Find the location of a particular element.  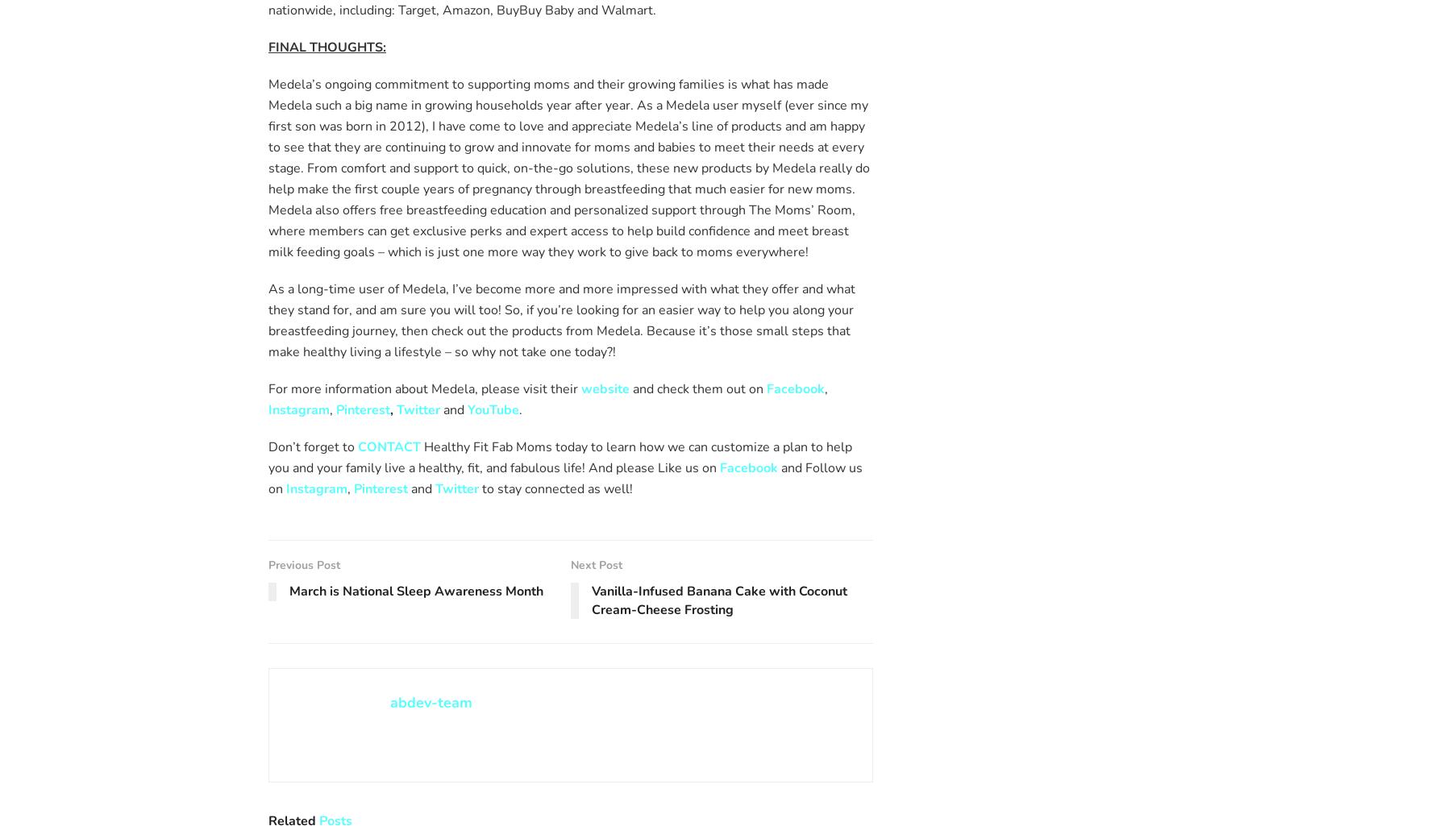

'FINAL THOUGHTS:' is located at coordinates (326, 46).